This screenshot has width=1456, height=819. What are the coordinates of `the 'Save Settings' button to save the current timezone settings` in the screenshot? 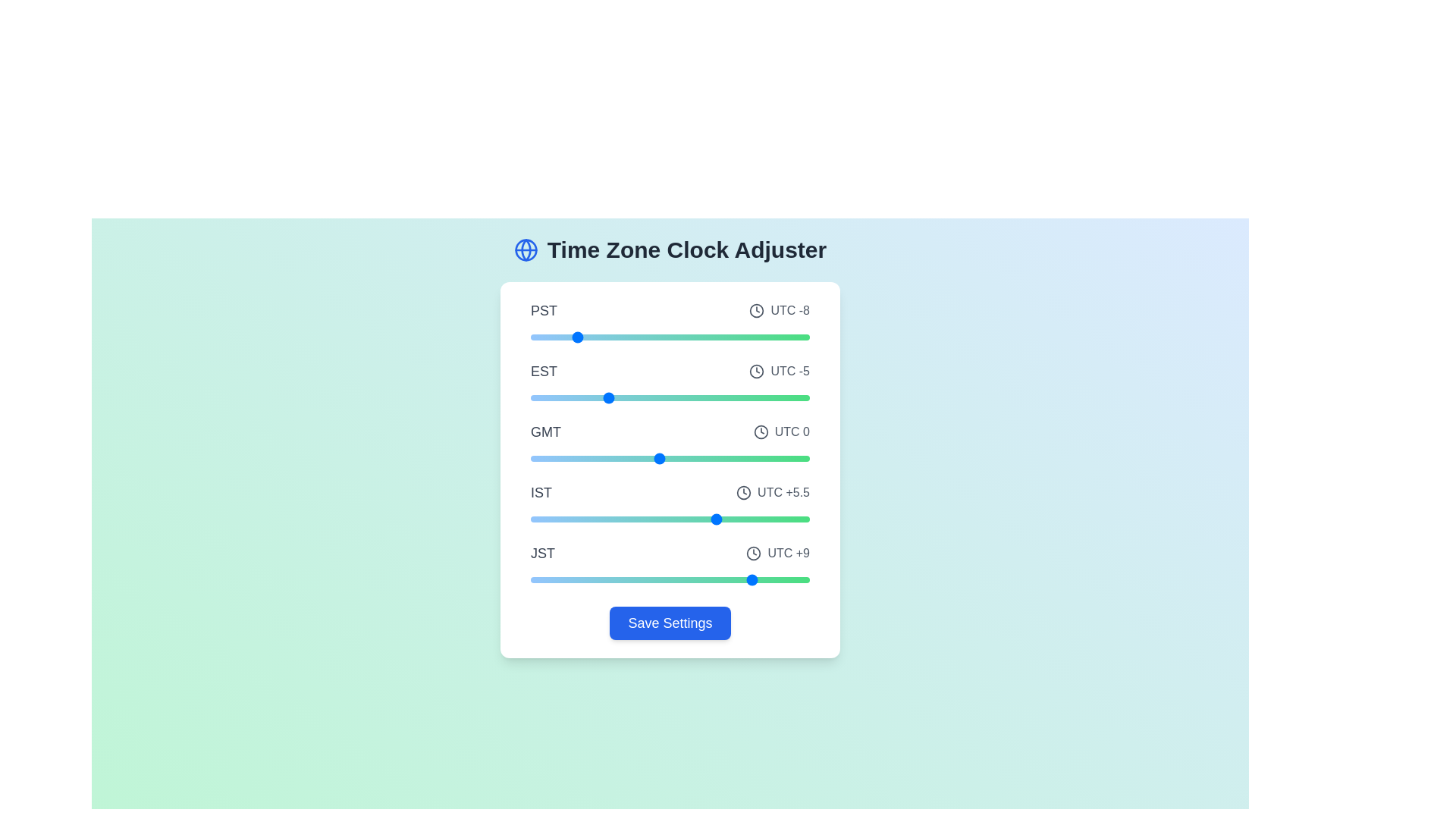 It's located at (669, 623).